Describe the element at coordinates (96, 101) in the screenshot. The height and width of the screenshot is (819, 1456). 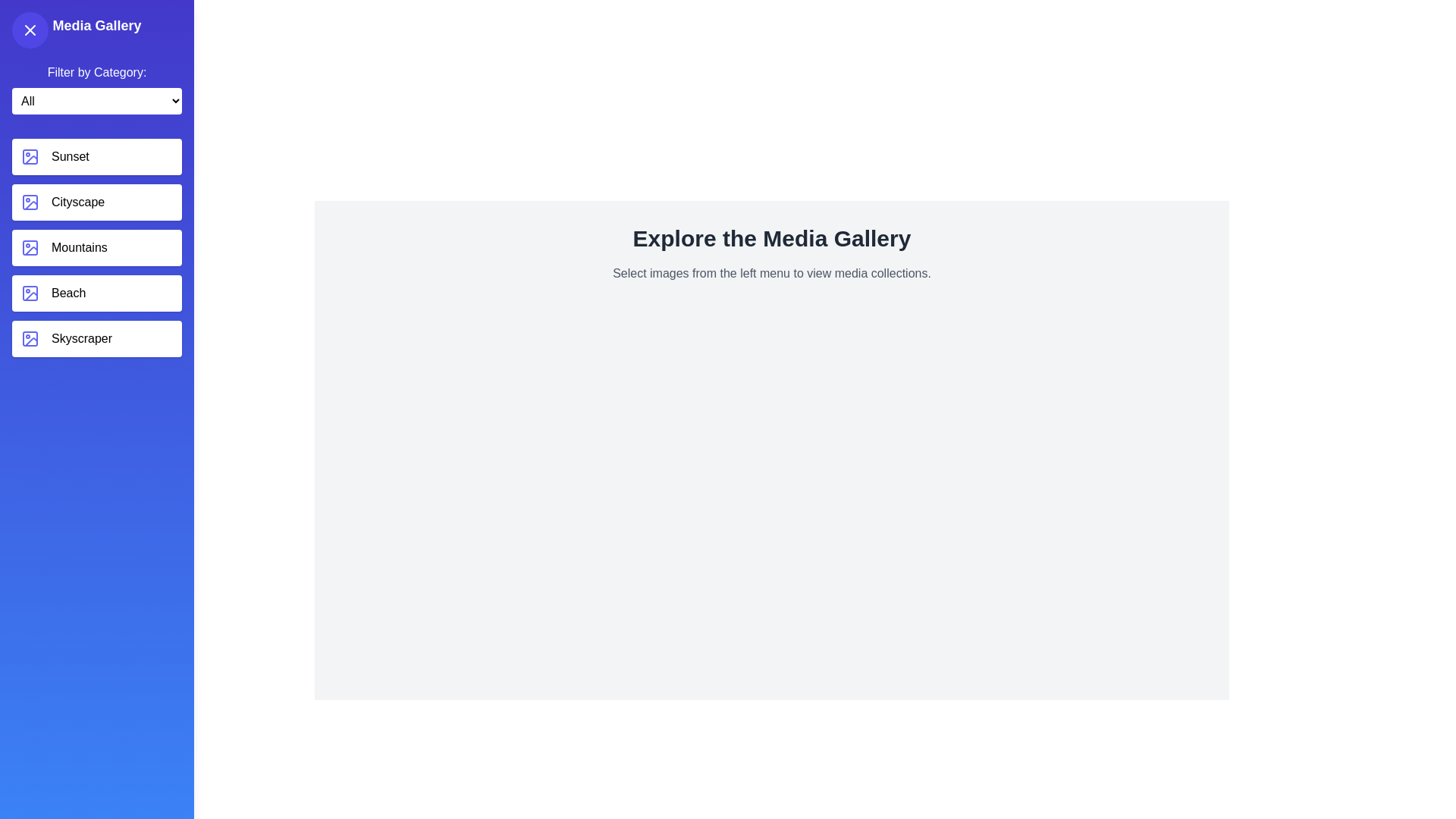
I see `the filter category All from the dropdown menu` at that location.